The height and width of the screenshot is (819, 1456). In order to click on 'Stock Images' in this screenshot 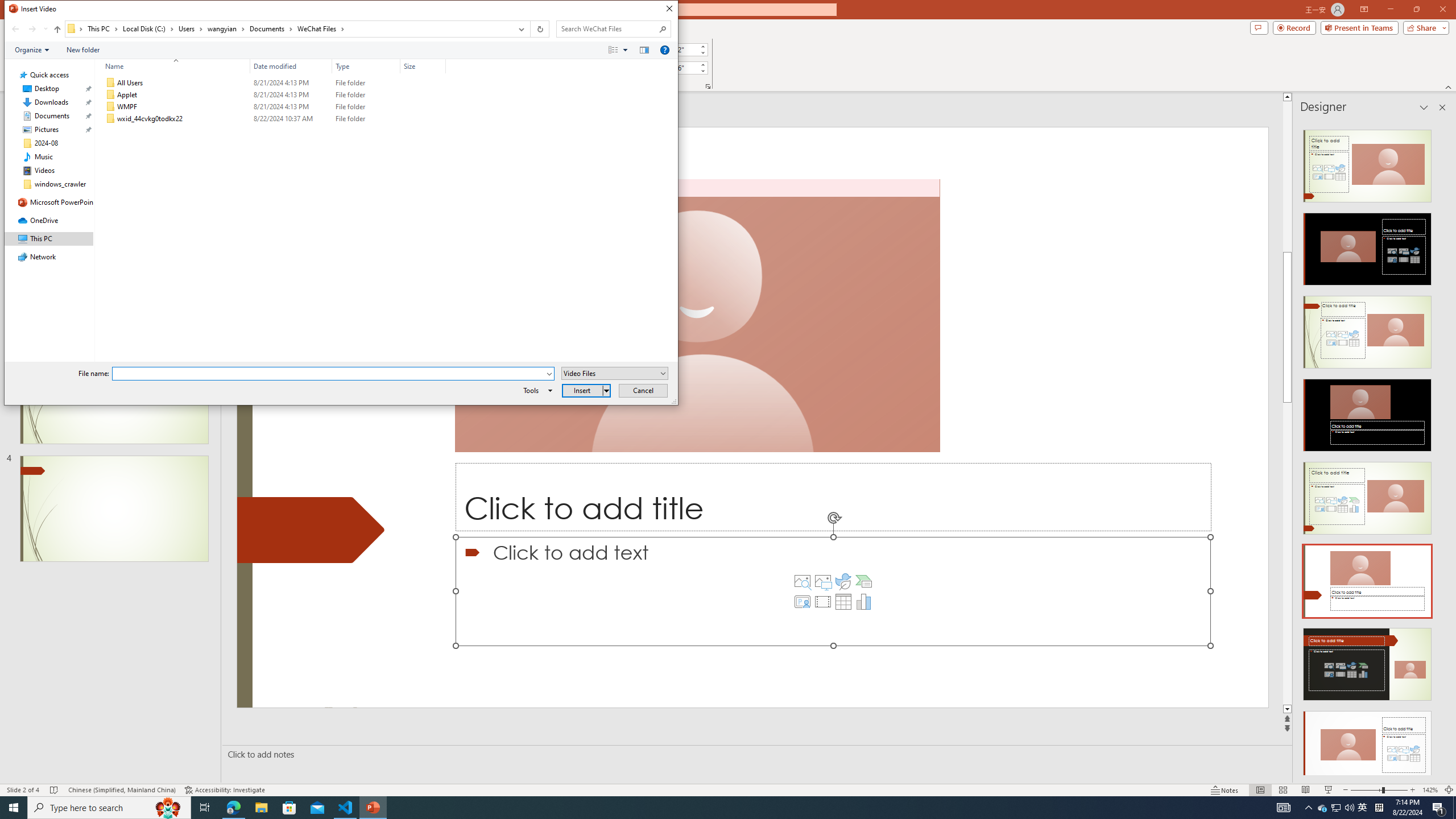, I will do `click(802, 581)`.